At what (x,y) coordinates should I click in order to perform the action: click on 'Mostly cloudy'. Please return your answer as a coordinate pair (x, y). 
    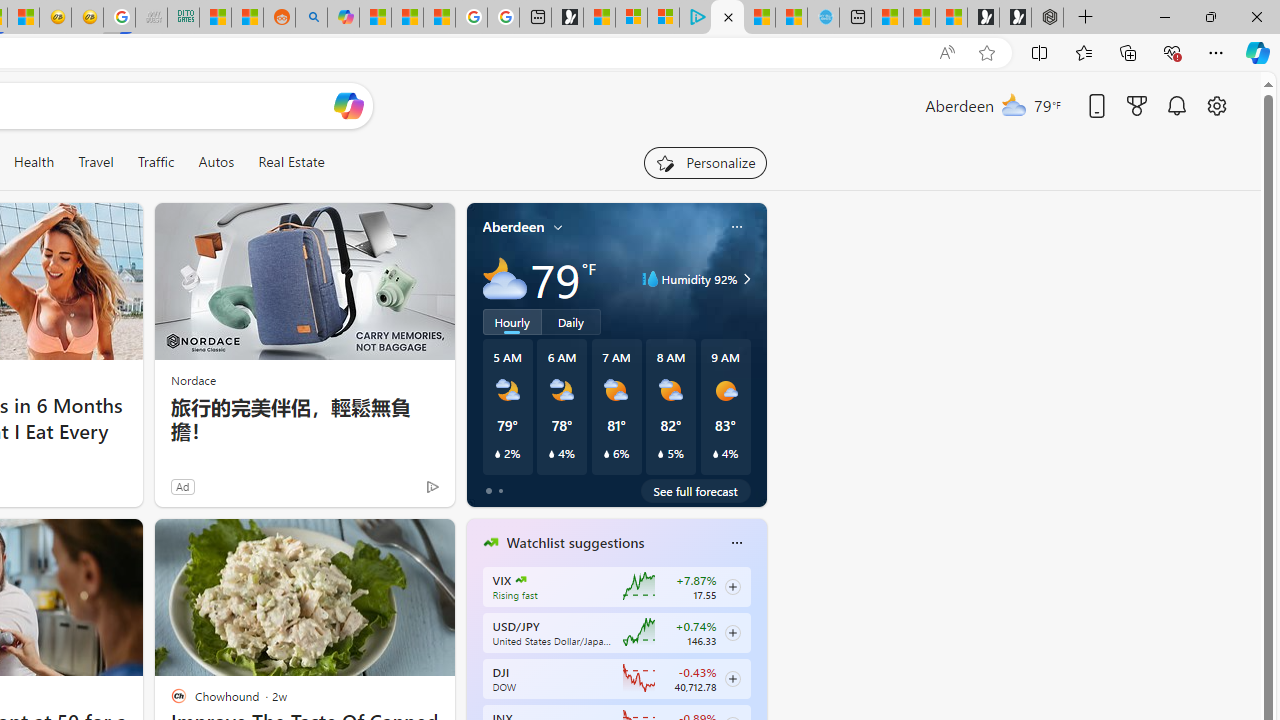
    Looking at the image, I should click on (504, 279).